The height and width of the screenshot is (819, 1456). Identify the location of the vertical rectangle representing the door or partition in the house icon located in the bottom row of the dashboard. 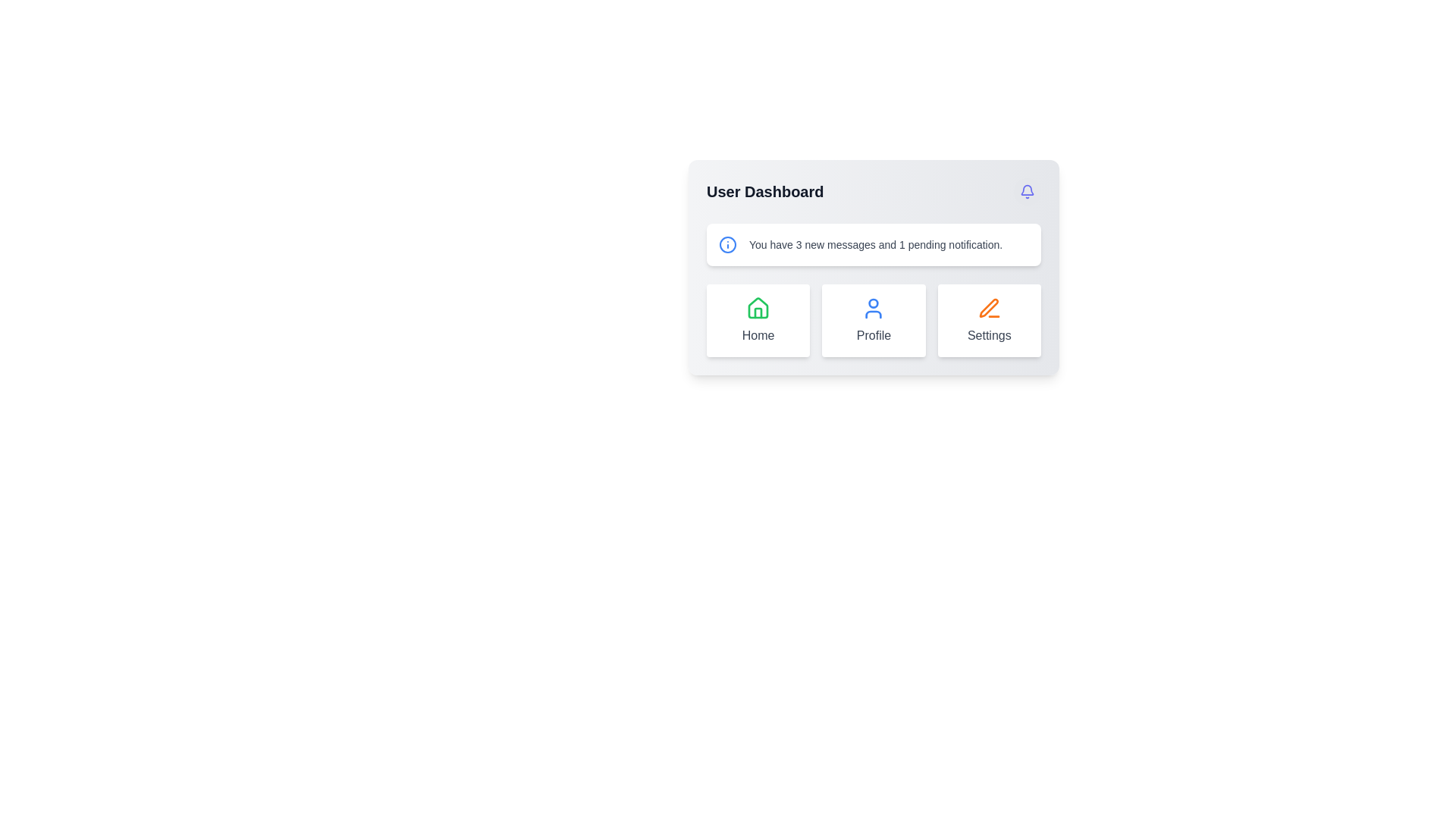
(758, 312).